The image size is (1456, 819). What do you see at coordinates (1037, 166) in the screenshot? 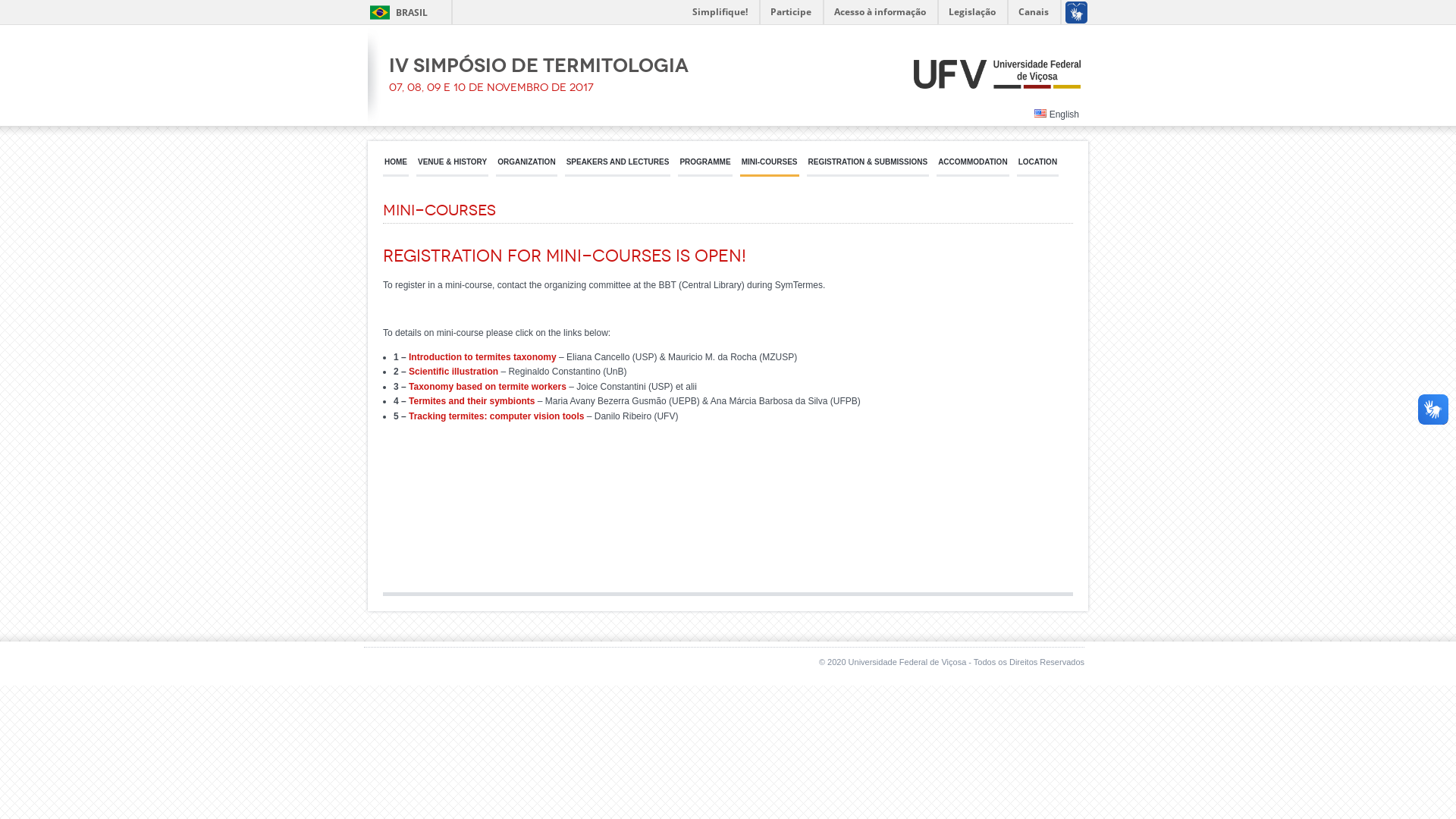
I see `'LOCATION'` at bounding box center [1037, 166].